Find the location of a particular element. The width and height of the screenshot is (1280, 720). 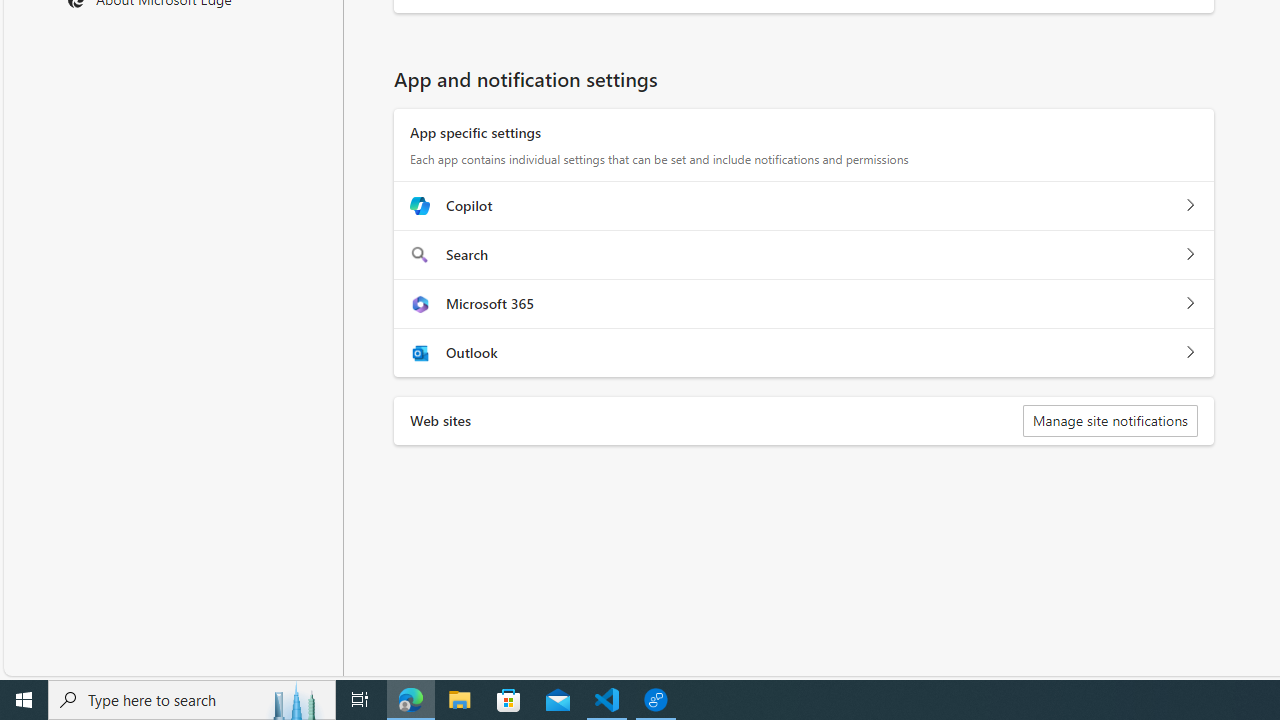

'Manage site notifications' is located at coordinates (1108, 419).